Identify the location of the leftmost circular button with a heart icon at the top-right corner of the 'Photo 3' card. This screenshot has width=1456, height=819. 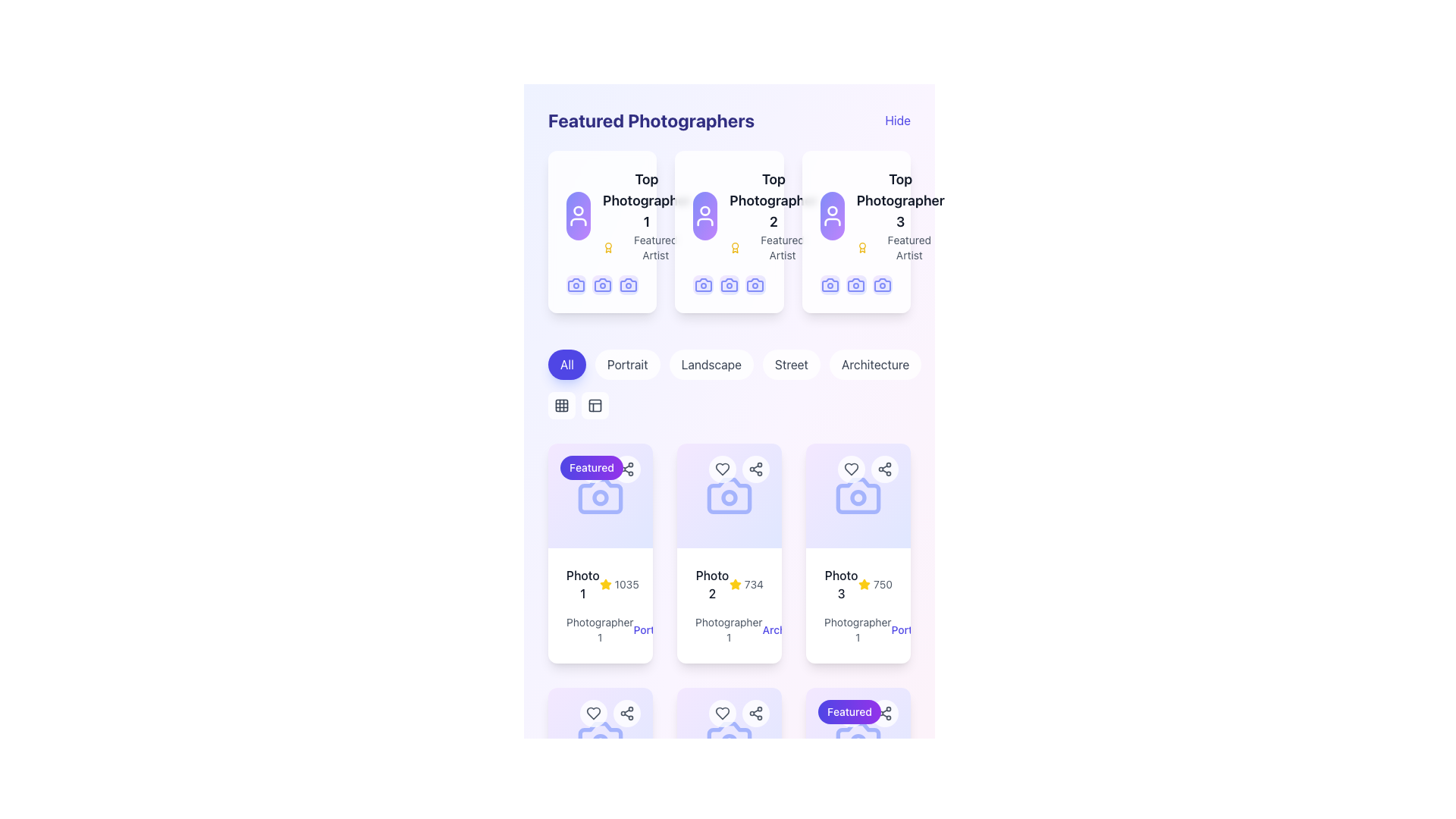
(852, 468).